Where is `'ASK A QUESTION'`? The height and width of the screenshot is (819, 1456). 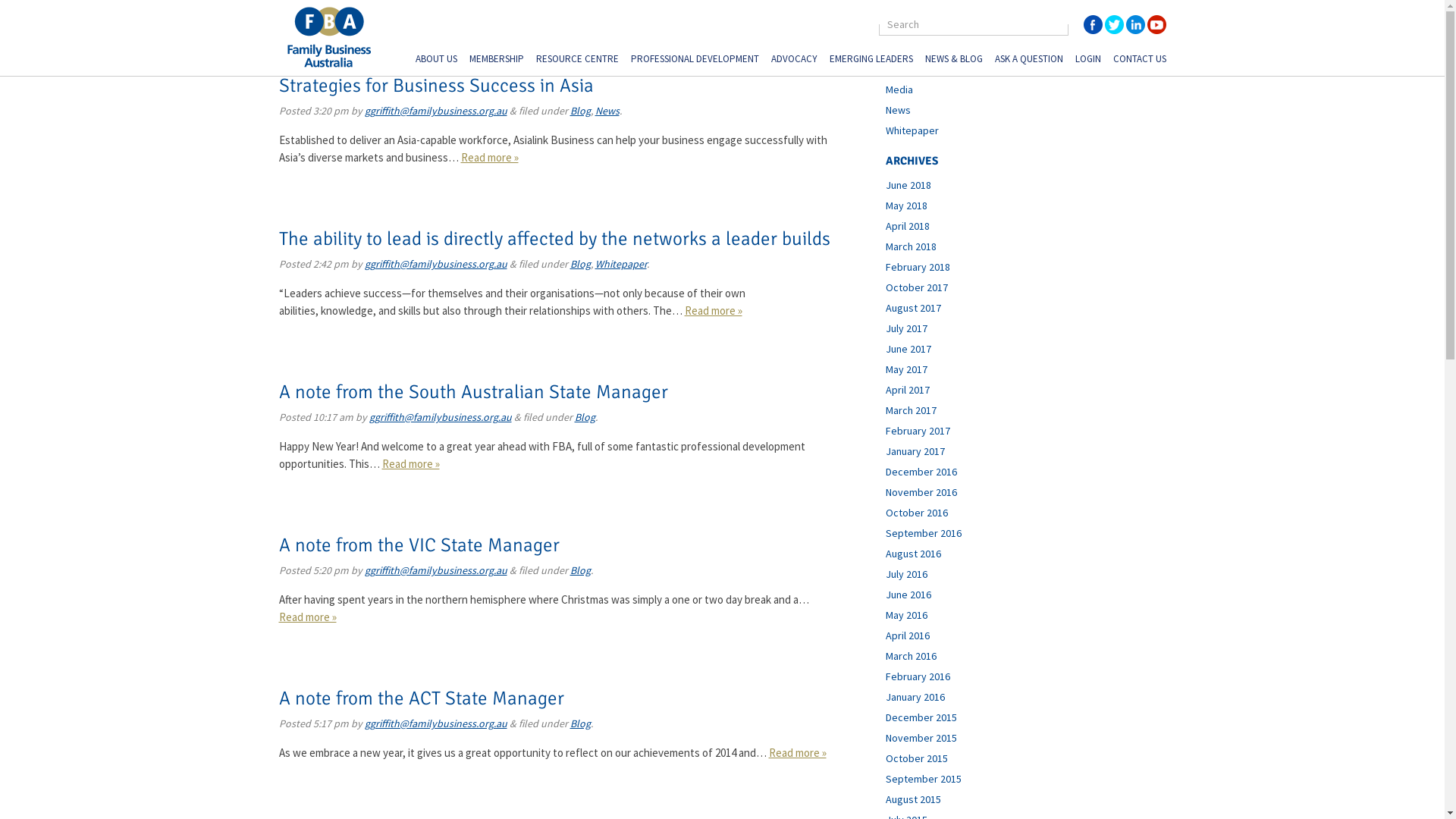
'ASK A QUESTION' is located at coordinates (1029, 60).